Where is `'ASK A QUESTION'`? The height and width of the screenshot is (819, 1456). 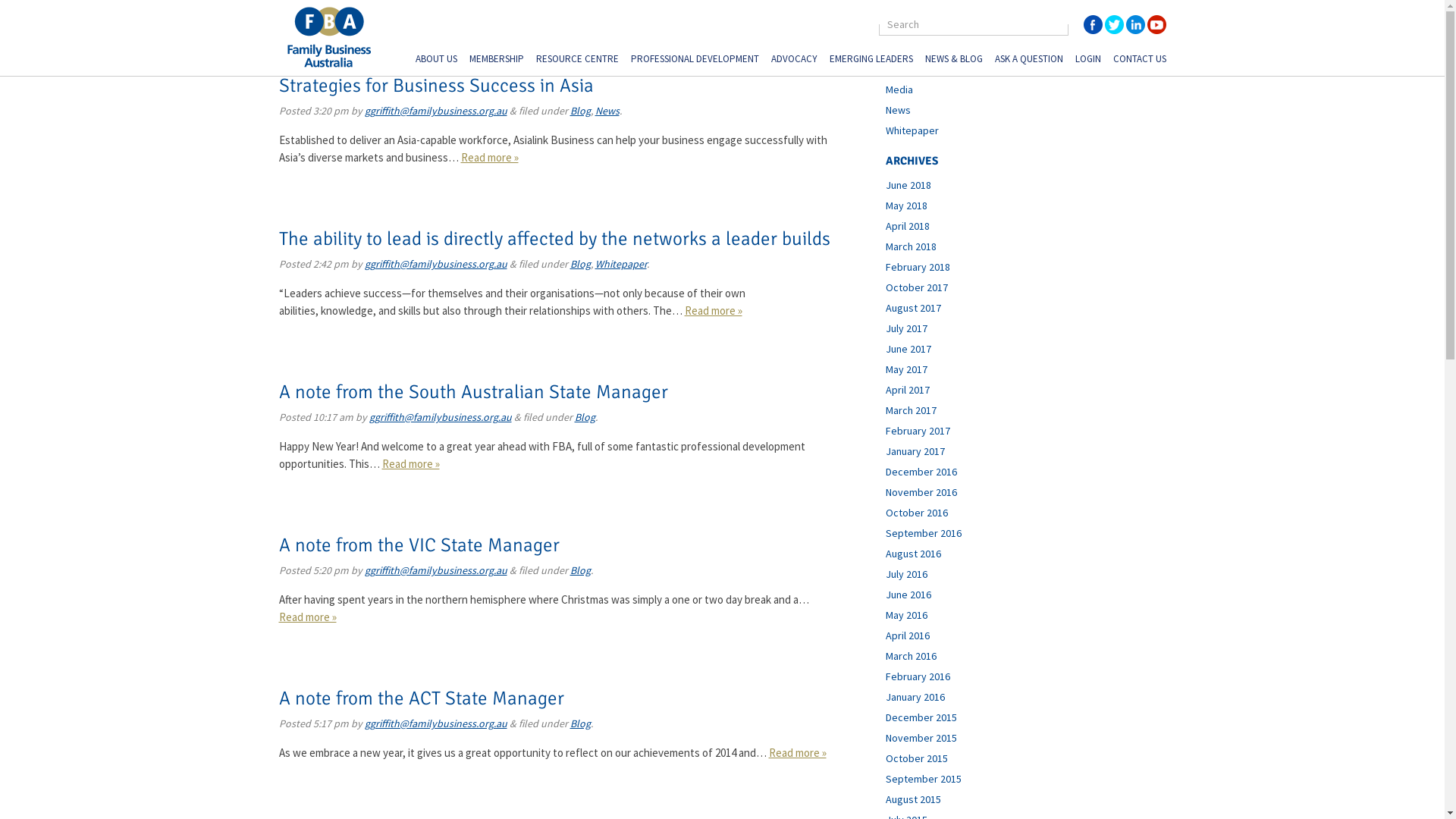
'ASK A QUESTION' is located at coordinates (1029, 60).